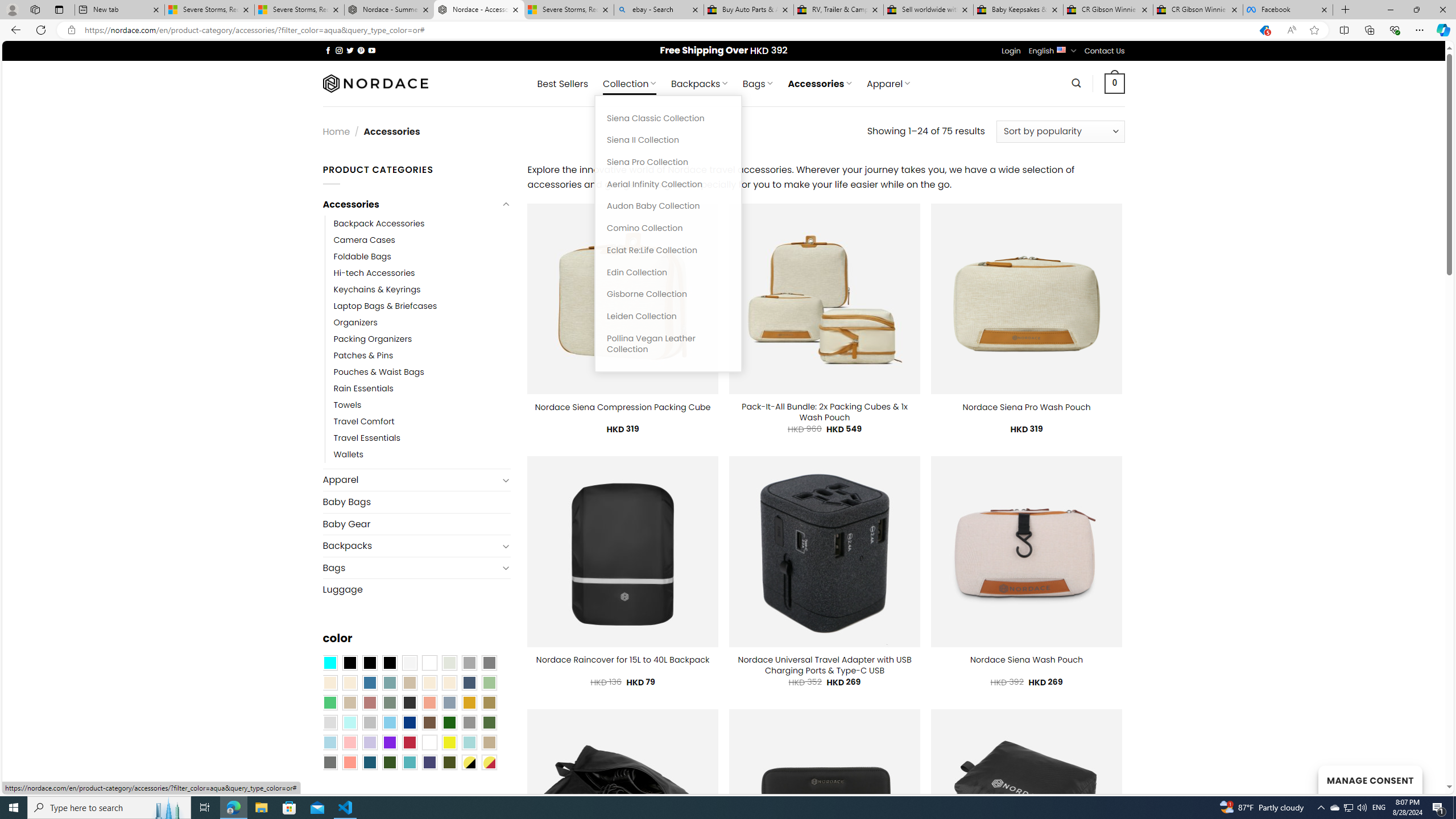 This screenshot has width=1456, height=819. What do you see at coordinates (449, 702) in the screenshot?
I see `'Dusty Blue'` at bounding box center [449, 702].